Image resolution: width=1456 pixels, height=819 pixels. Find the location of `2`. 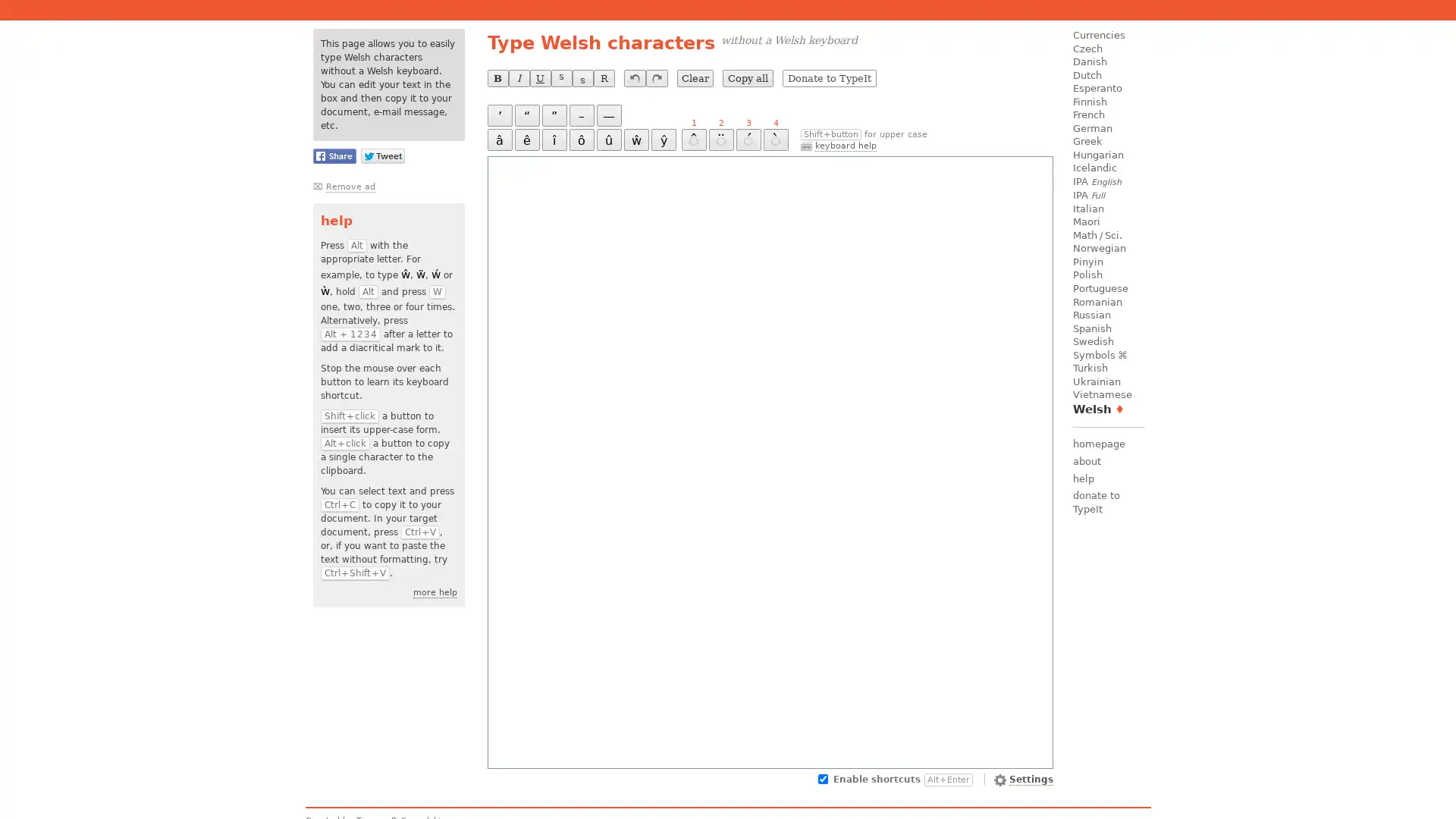

2 is located at coordinates (720, 140).